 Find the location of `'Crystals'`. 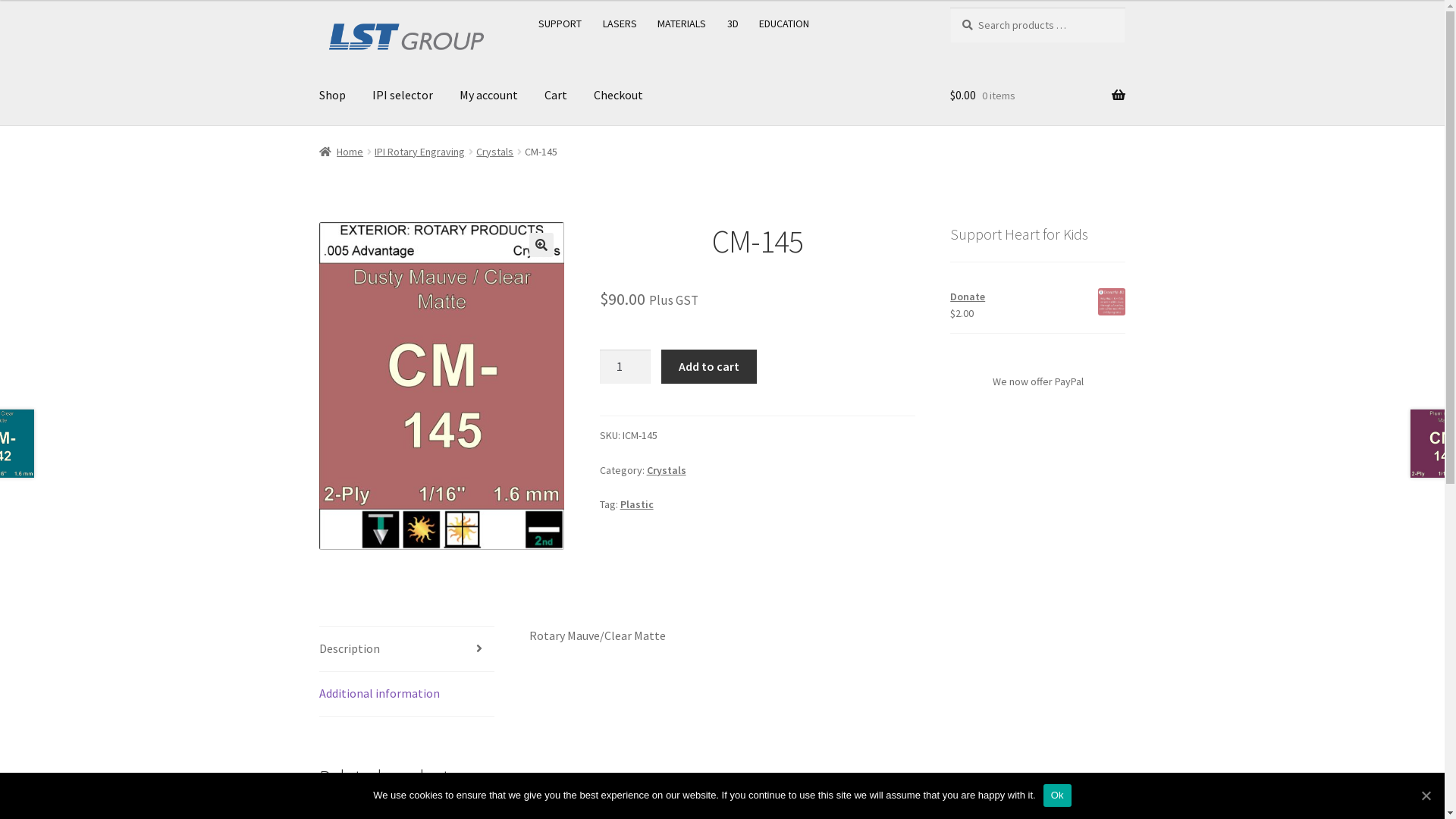

'Crystals' is located at coordinates (666, 469).